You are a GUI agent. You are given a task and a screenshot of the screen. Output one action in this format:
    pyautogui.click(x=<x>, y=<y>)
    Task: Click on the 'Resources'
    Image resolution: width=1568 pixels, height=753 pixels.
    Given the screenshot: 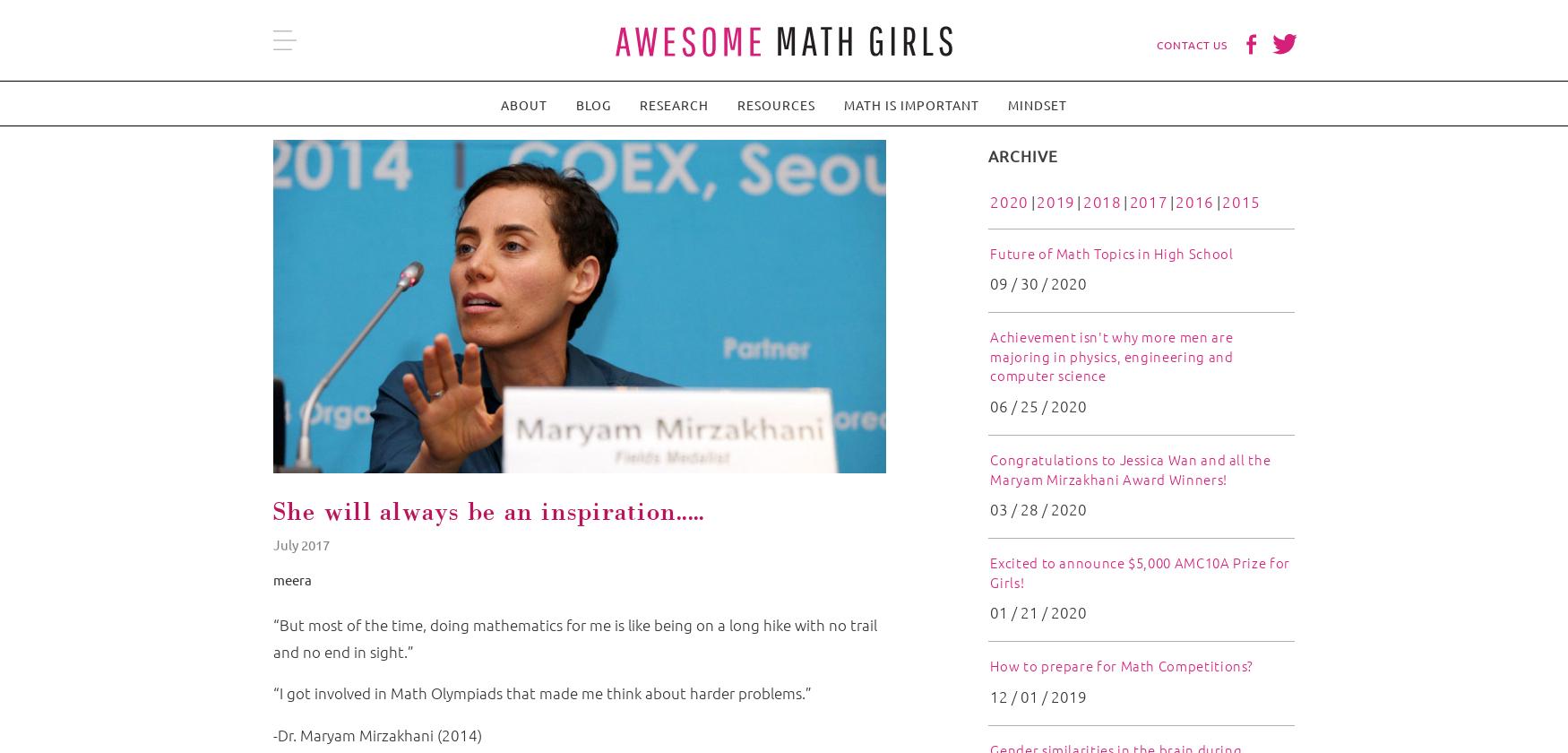 What is the action you would take?
    pyautogui.click(x=776, y=105)
    